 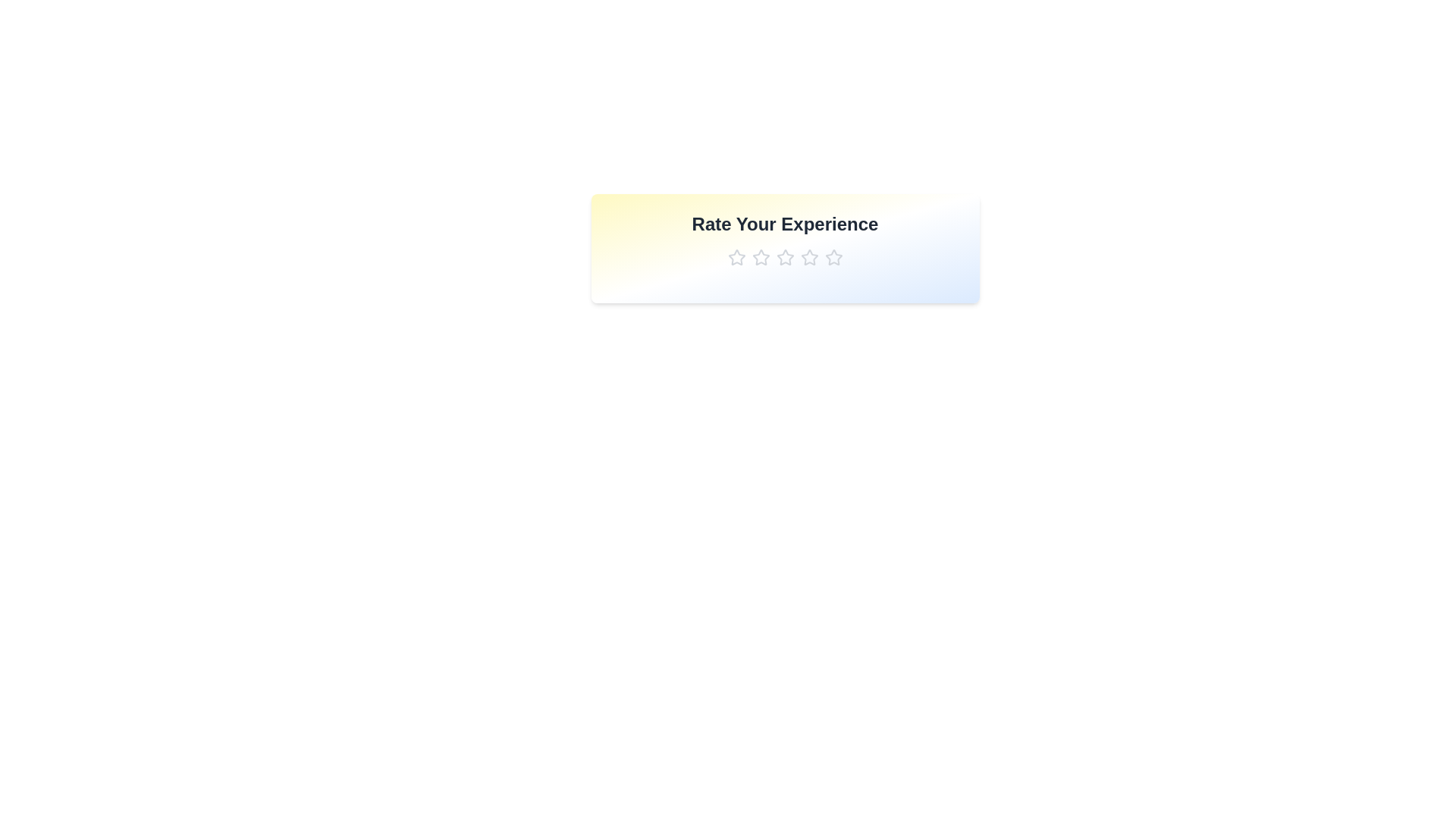 What do you see at coordinates (833, 256) in the screenshot?
I see `the star corresponding to the rating 5` at bounding box center [833, 256].